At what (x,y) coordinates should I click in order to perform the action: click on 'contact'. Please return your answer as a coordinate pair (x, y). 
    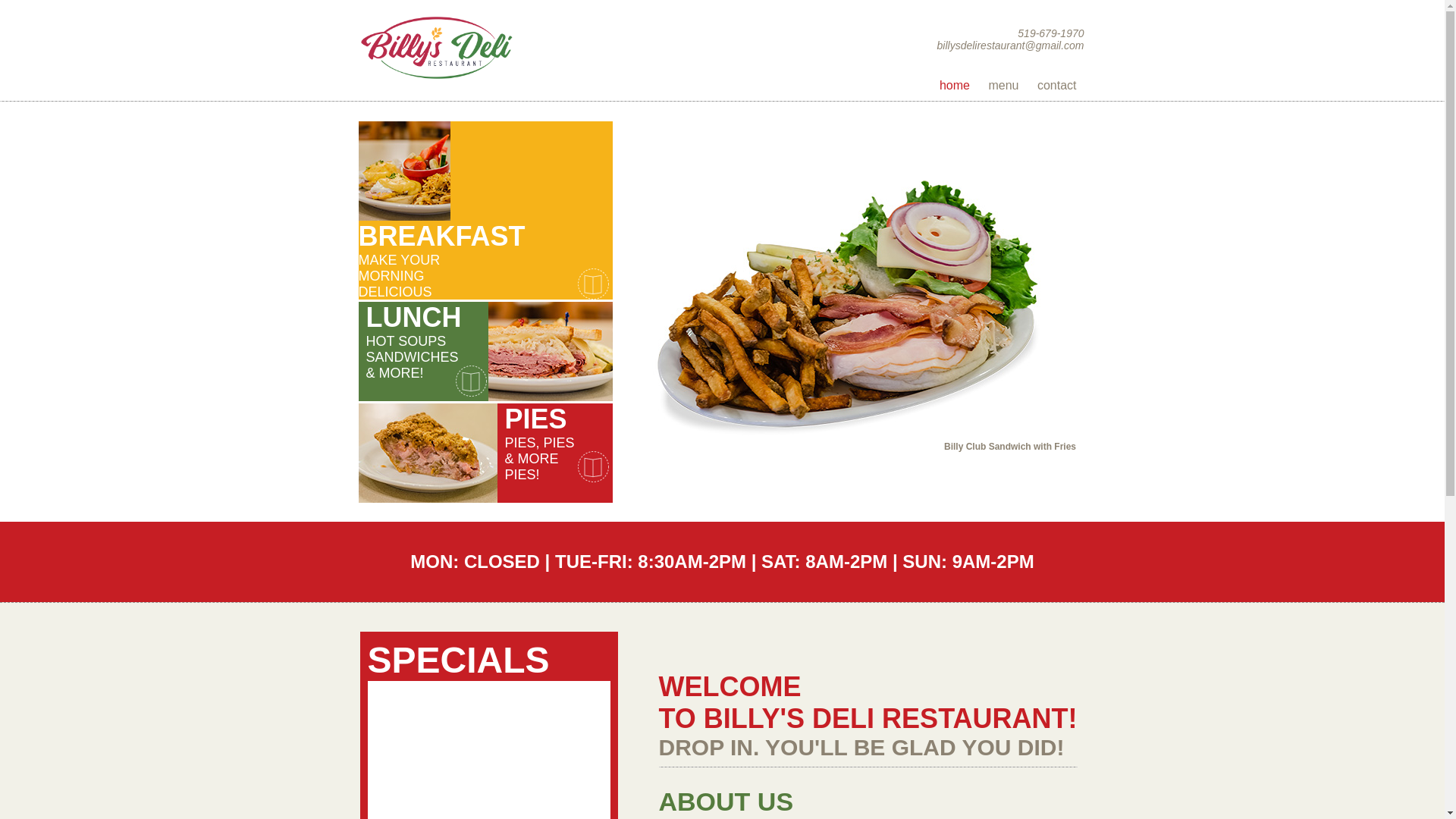
    Looking at the image, I should click on (1056, 85).